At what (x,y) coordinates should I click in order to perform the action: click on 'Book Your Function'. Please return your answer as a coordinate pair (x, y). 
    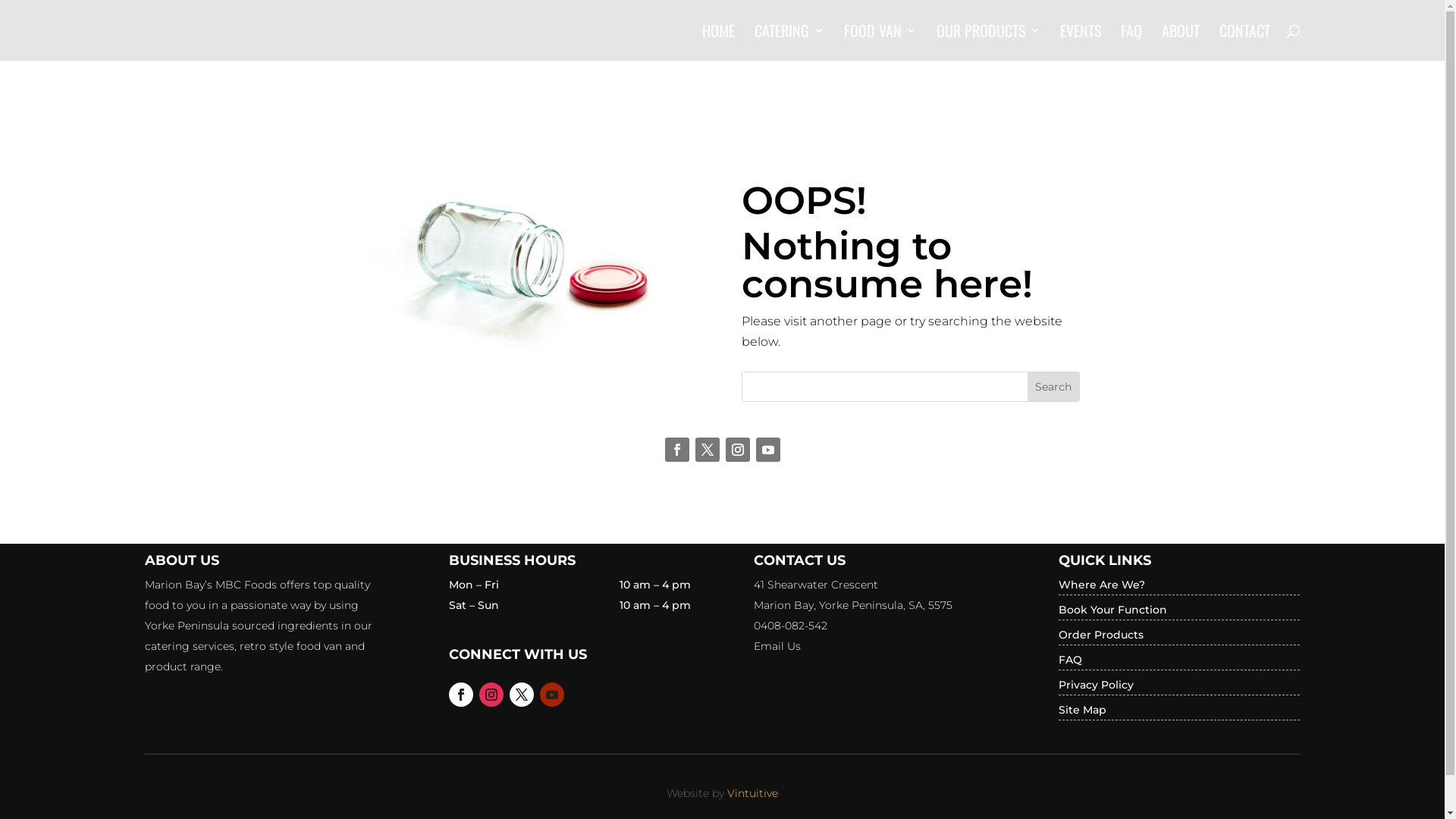
    Looking at the image, I should click on (1112, 608).